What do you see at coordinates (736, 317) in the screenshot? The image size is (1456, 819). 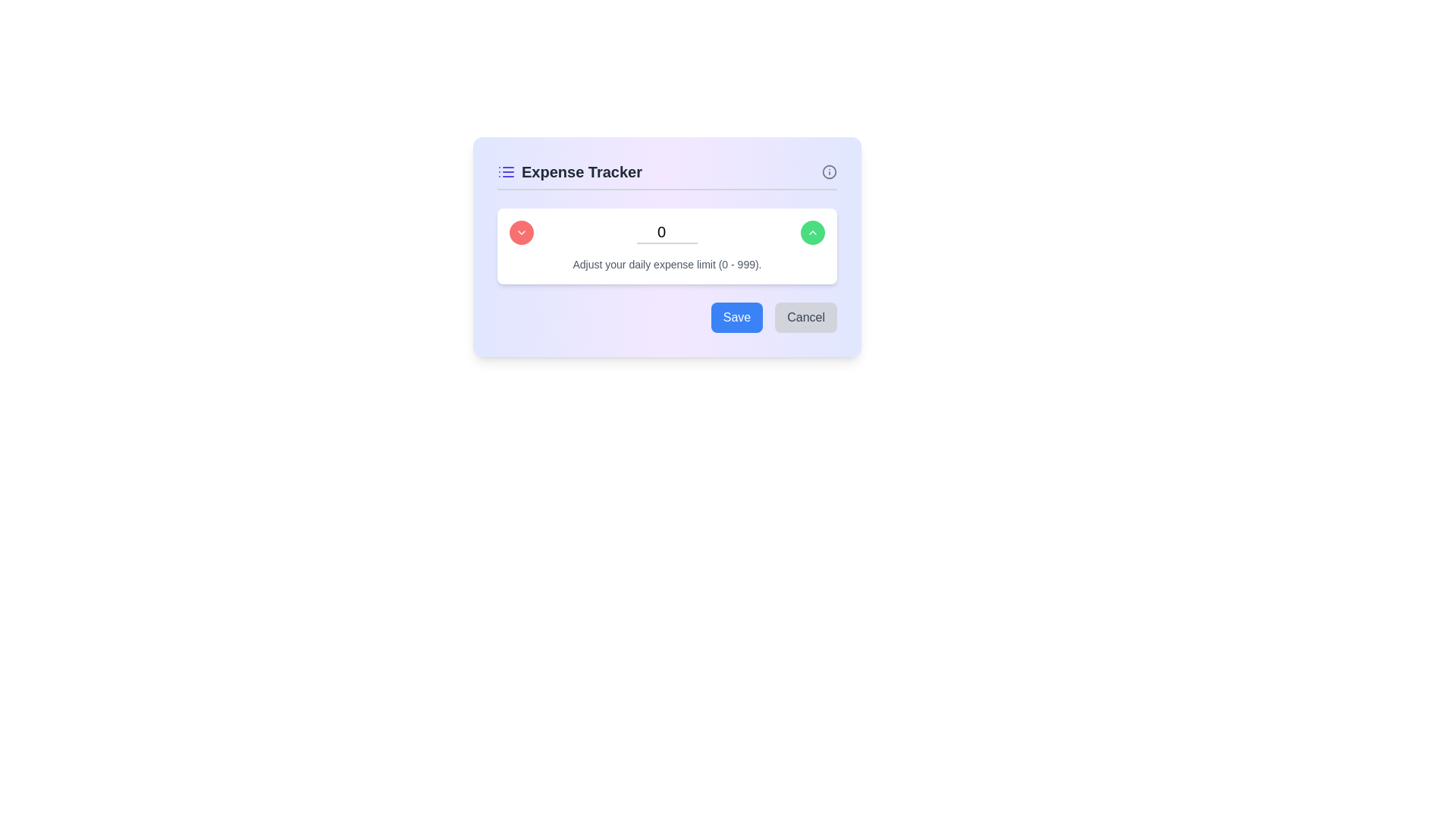 I see `the 'Save' button, which is a rectangular button with a blue background and white text located in the bottom-right segment of the main interface` at bounding box center [736, 317].